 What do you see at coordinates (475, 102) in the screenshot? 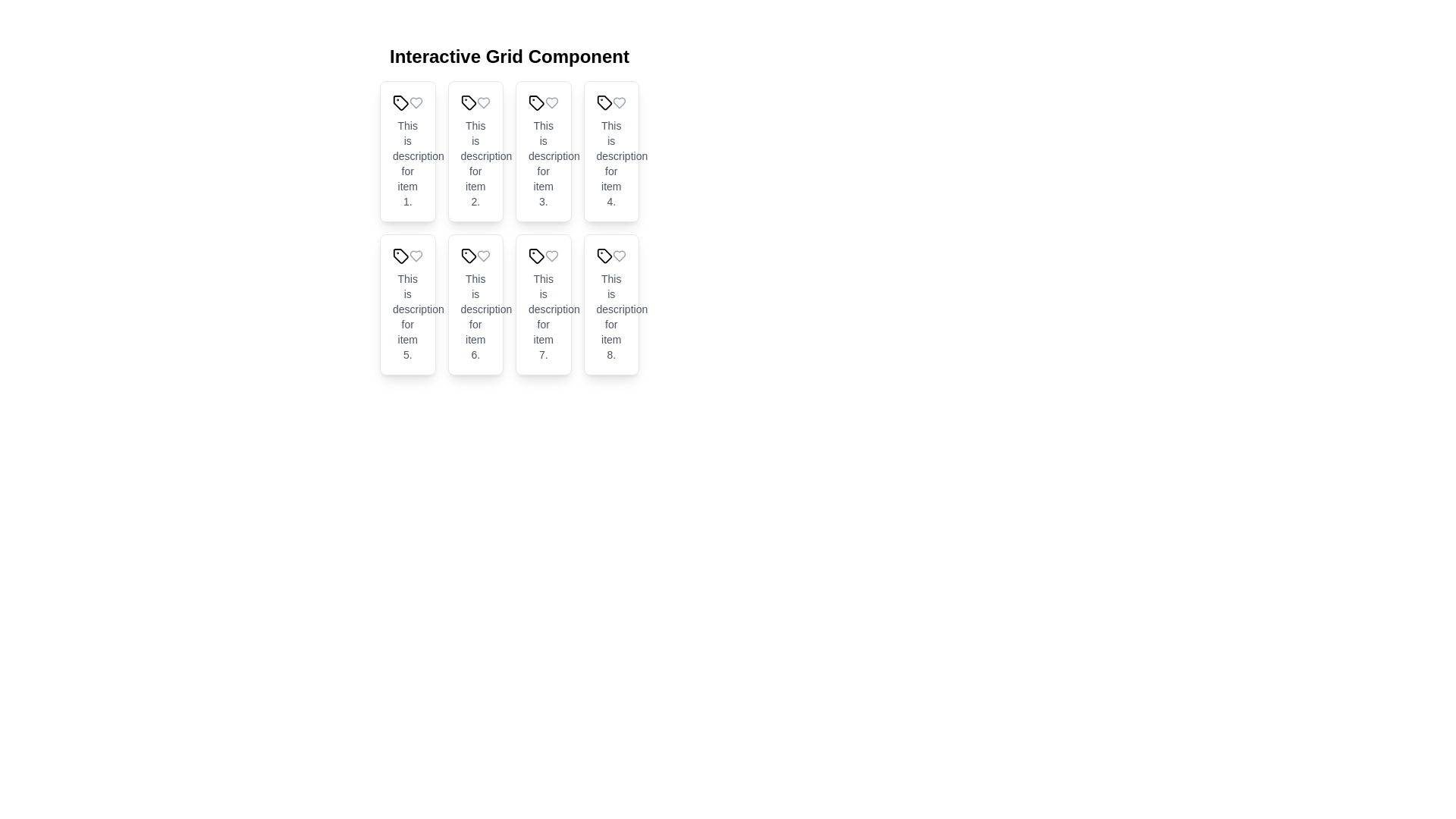
I see `the tag icon located in the second position on the top row of the interactive grid layout` at bounding box center [475, 102].